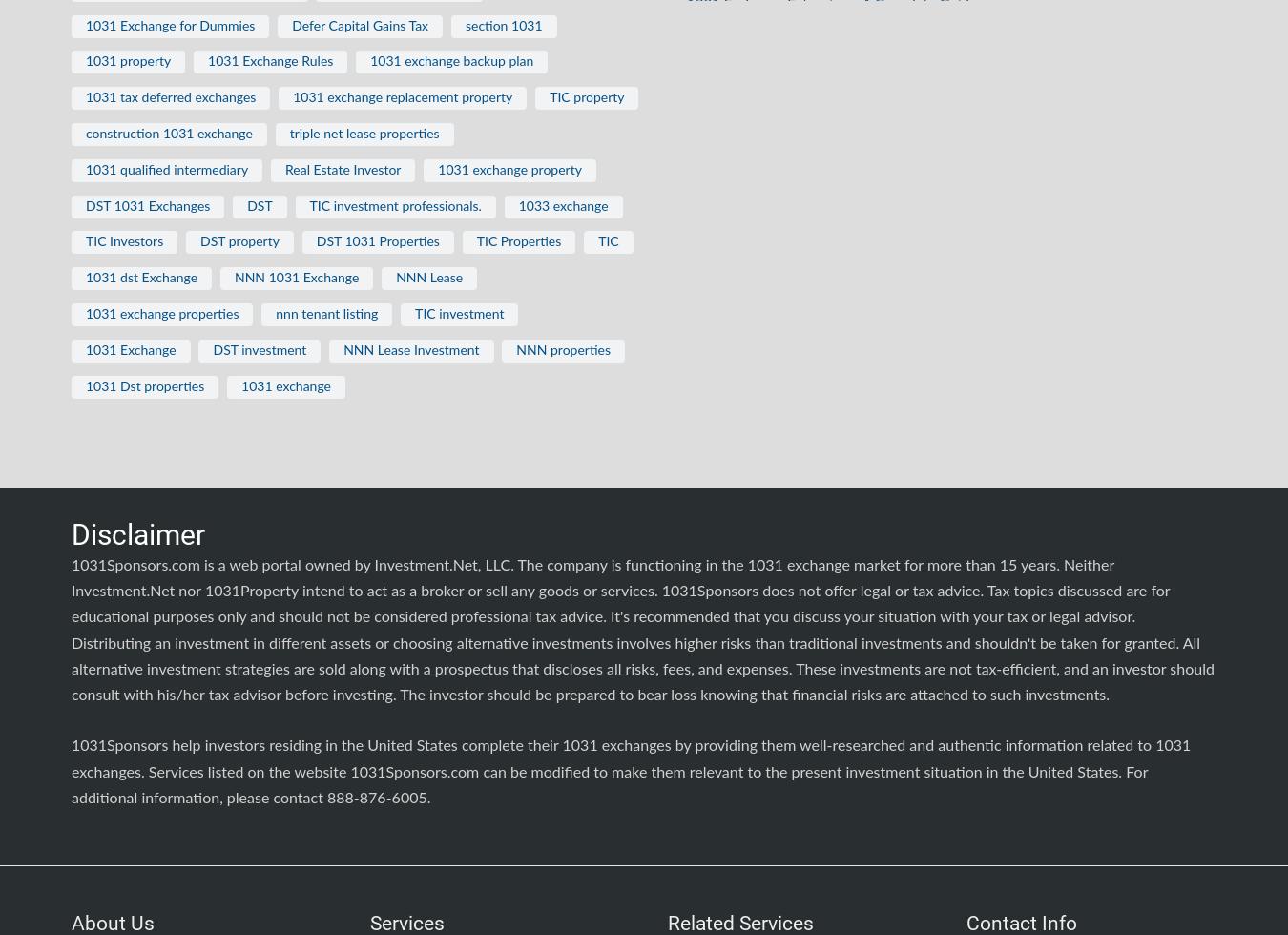 This screenshot has width=1288, height=935. Describe the element at coordinates (147, 205) in the screenshot. I see `'DST 1031 Exchanges'` at that location.